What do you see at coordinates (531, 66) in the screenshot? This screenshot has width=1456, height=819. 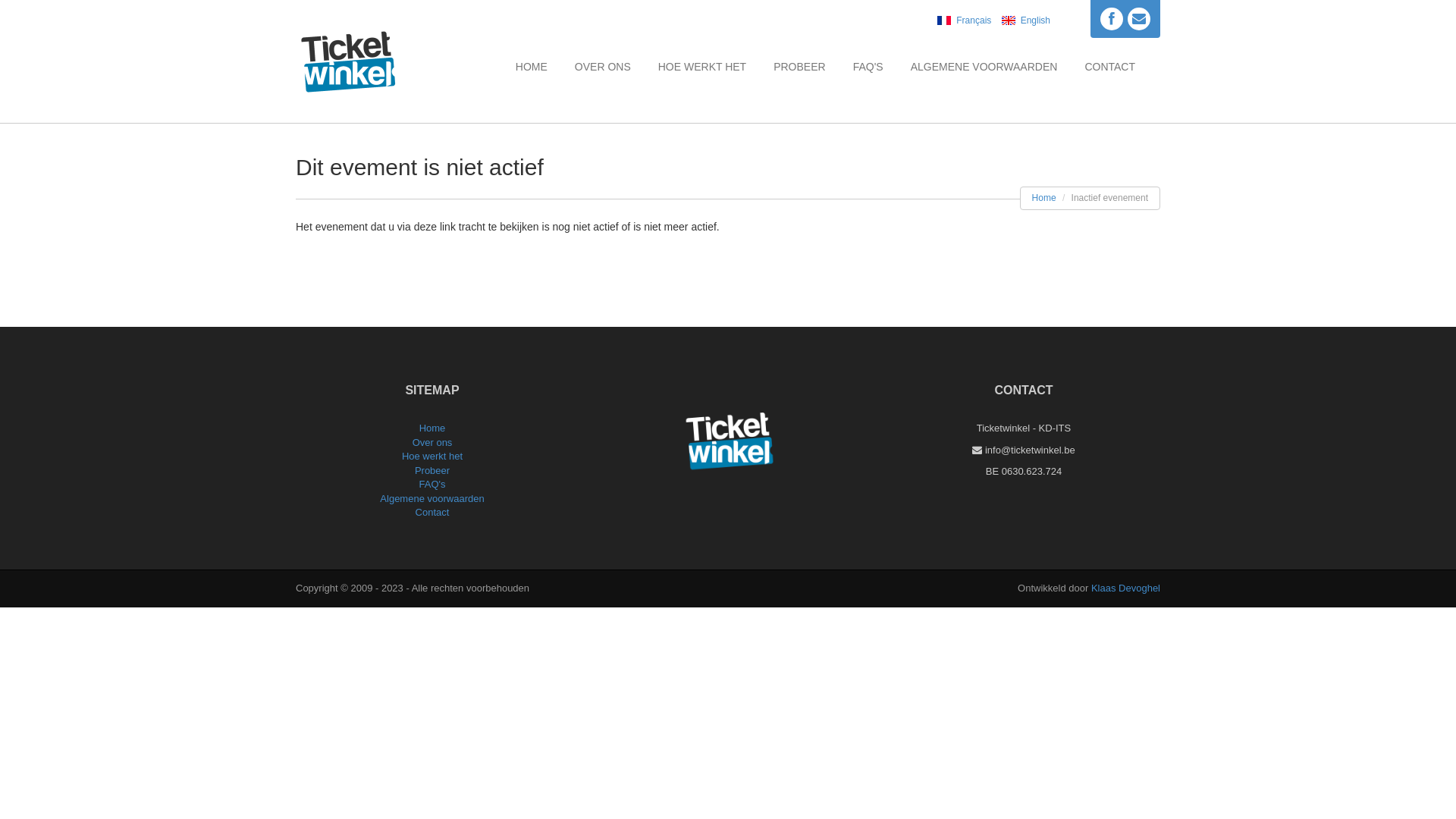 I see `'HOME'` at bounding box center [531, 66].